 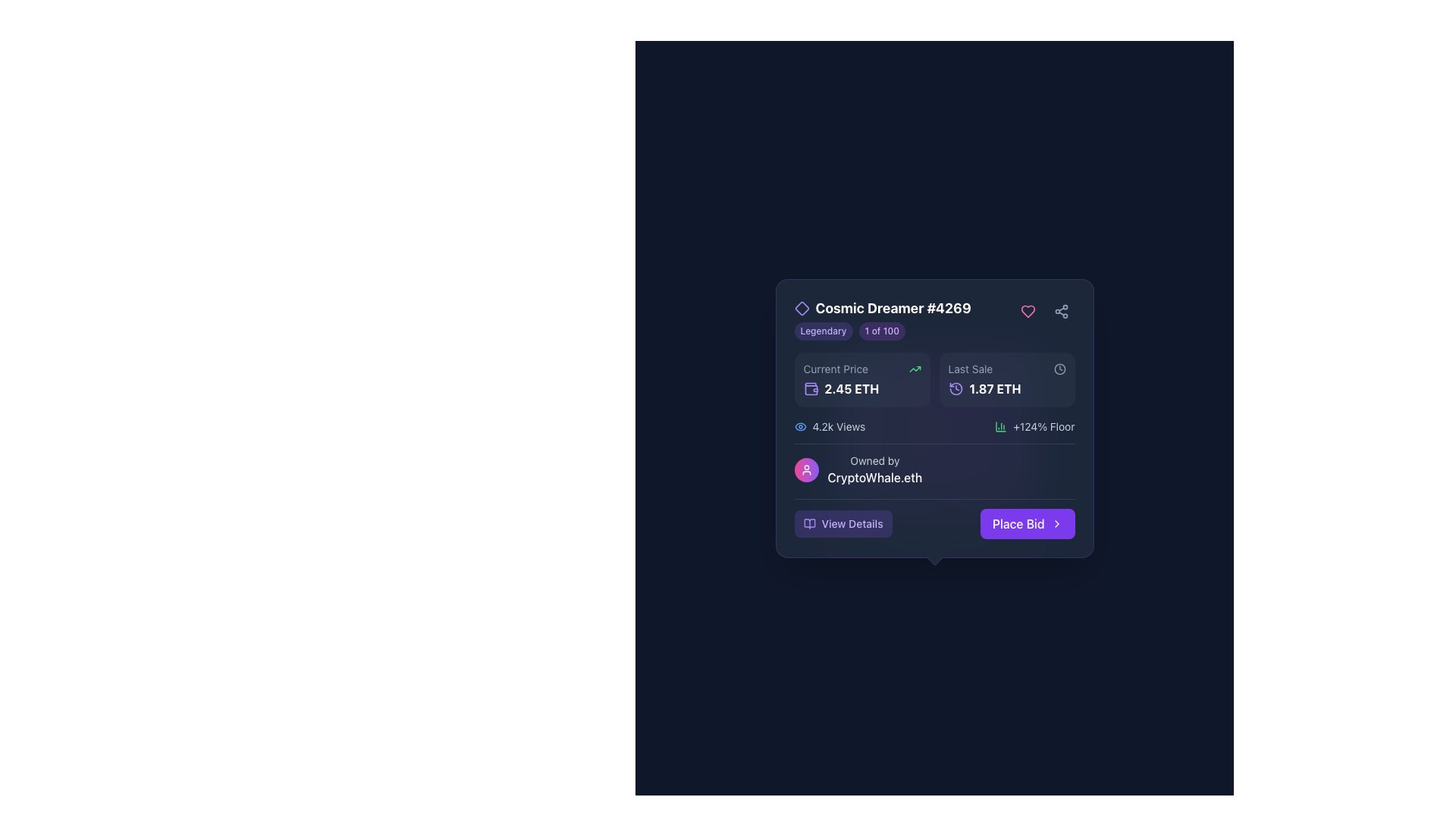 What do you see at coordinates (1018, 522) in the screenshot?
I see `the 'Place Bid' text displayed in bold white font within the purple button located at the bottom-right corner of the information popup window to place a bid` at bounding box center [1018, 522].